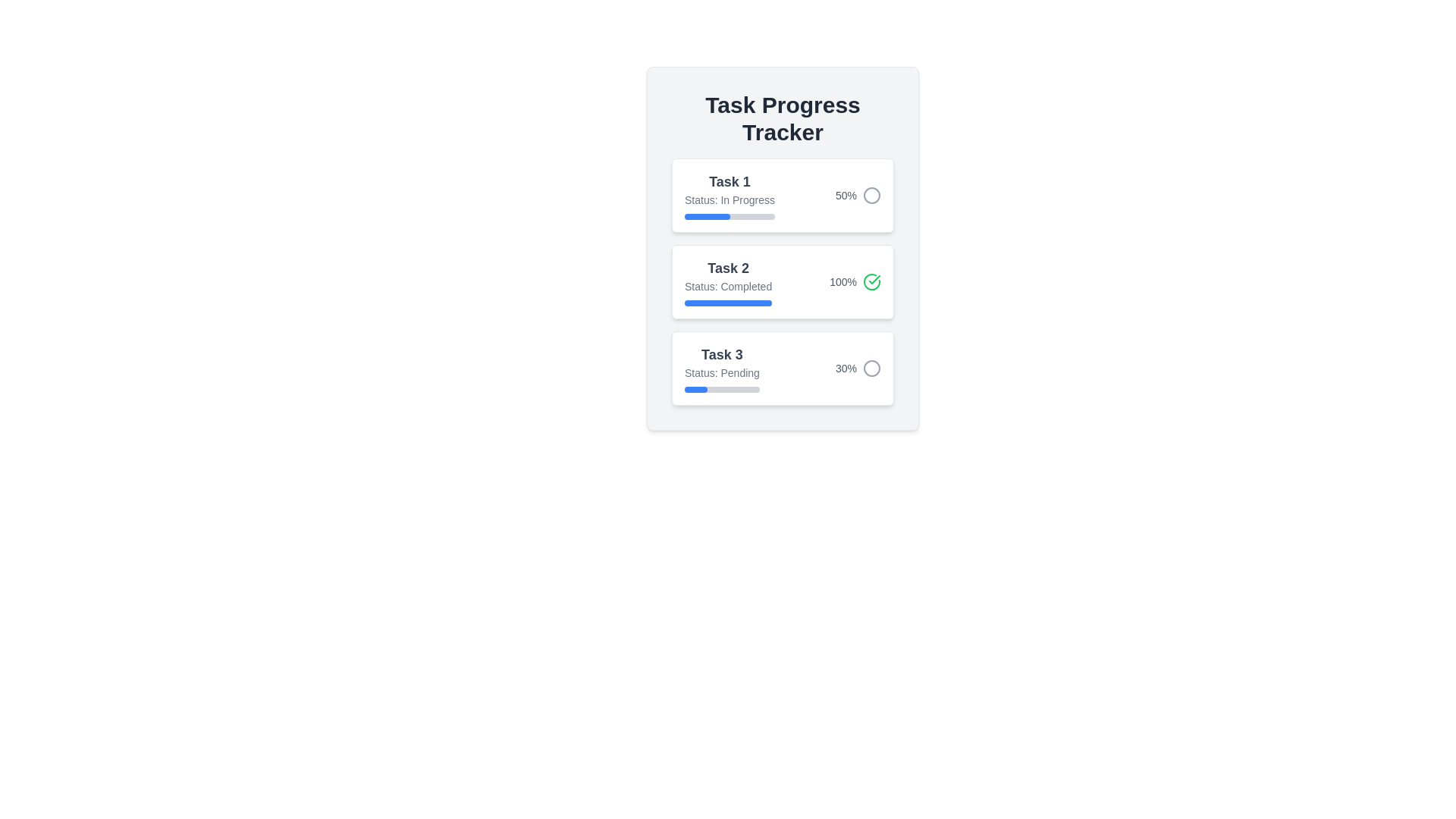  What do you see at coordinates (721, 354) in the screenshot?
I see `the 'Task 3' text label, which is bold and larger than surrounding text, located at the top of the third task descriptor block in the task progress tracker interface` at bounding box center [721, 354].